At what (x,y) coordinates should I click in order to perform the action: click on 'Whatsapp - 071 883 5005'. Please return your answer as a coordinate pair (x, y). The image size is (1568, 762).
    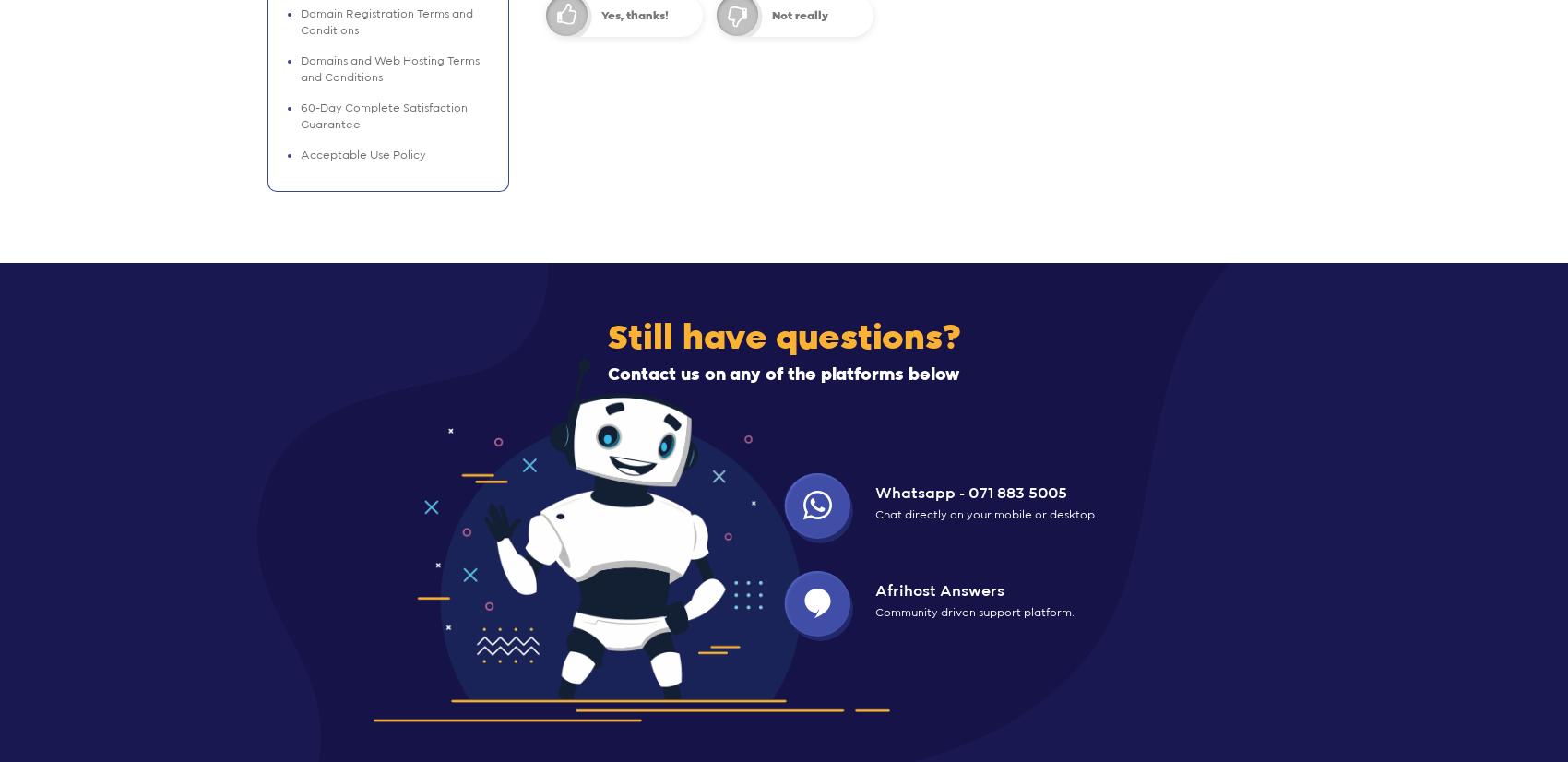
    Looking at the image, I should click on (969, 493).